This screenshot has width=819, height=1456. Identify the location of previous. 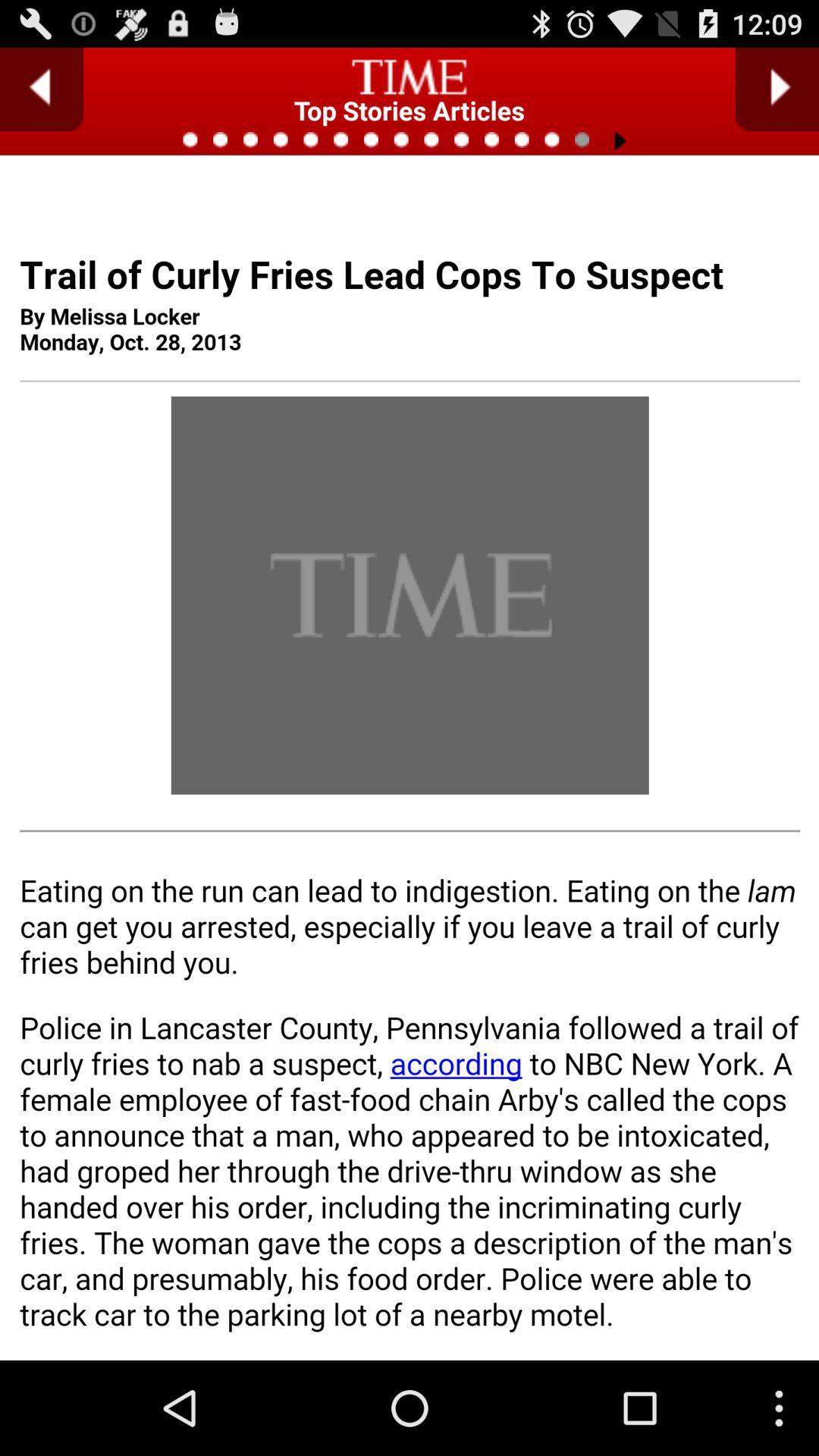
(41, 89).